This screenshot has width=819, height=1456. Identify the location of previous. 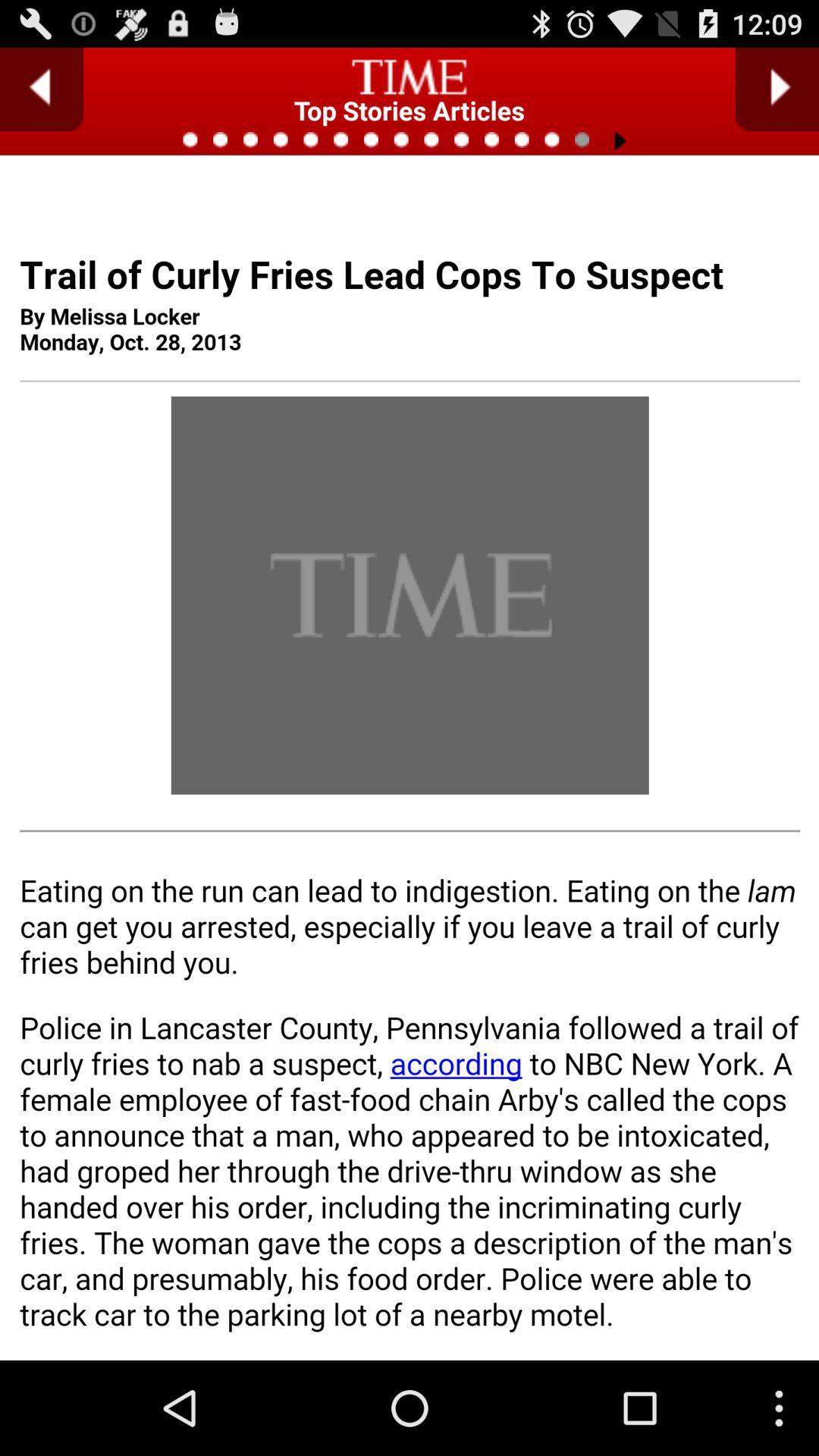
(41, 89).